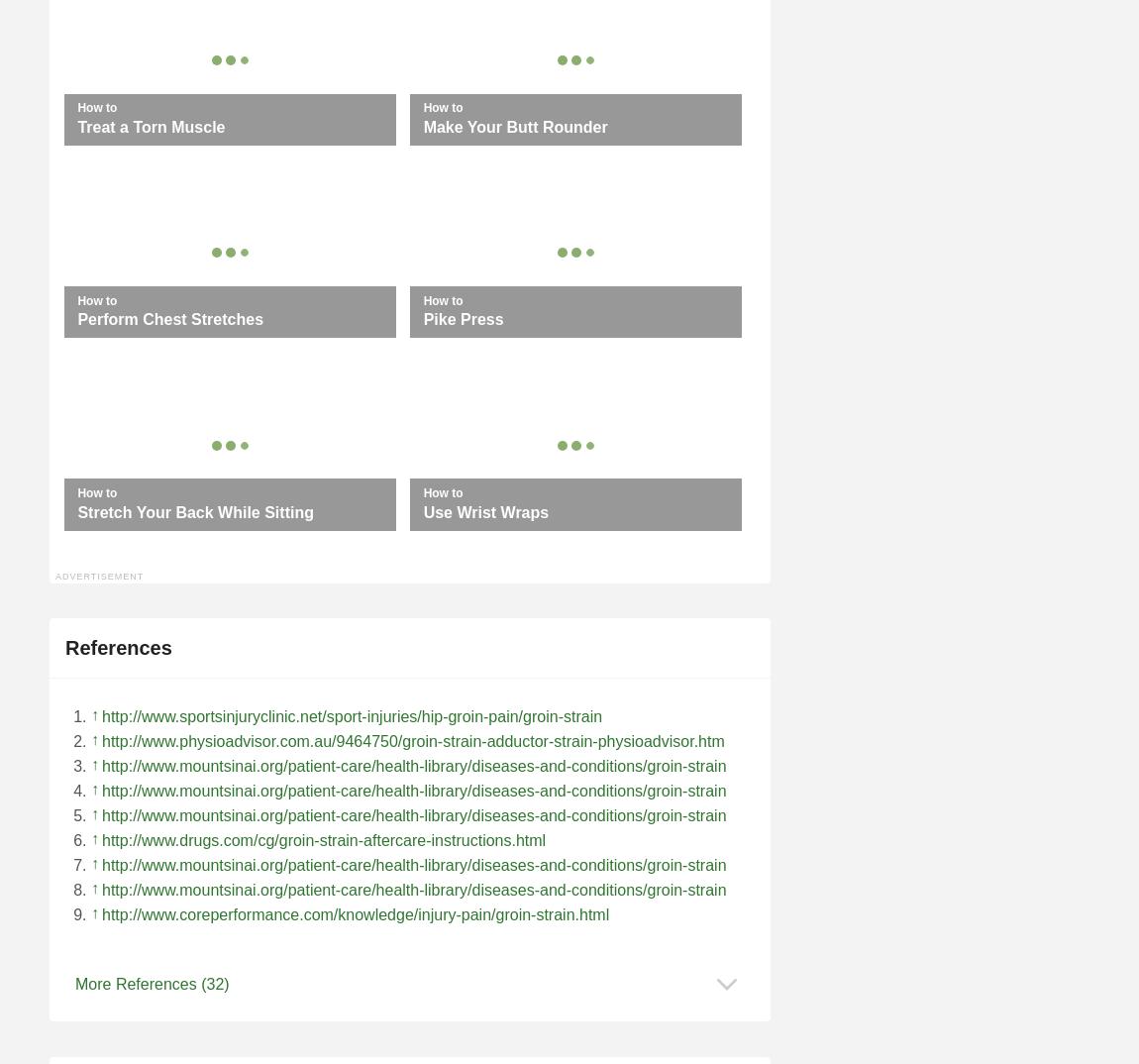 The width and height of the screenshot is (1139, 1064). Describe the element at coordinates (101, 913) in the screenshot. I see `'http://www.coreperformance.com/knowledge/injury-pain/groin-strain.html'` at that location.